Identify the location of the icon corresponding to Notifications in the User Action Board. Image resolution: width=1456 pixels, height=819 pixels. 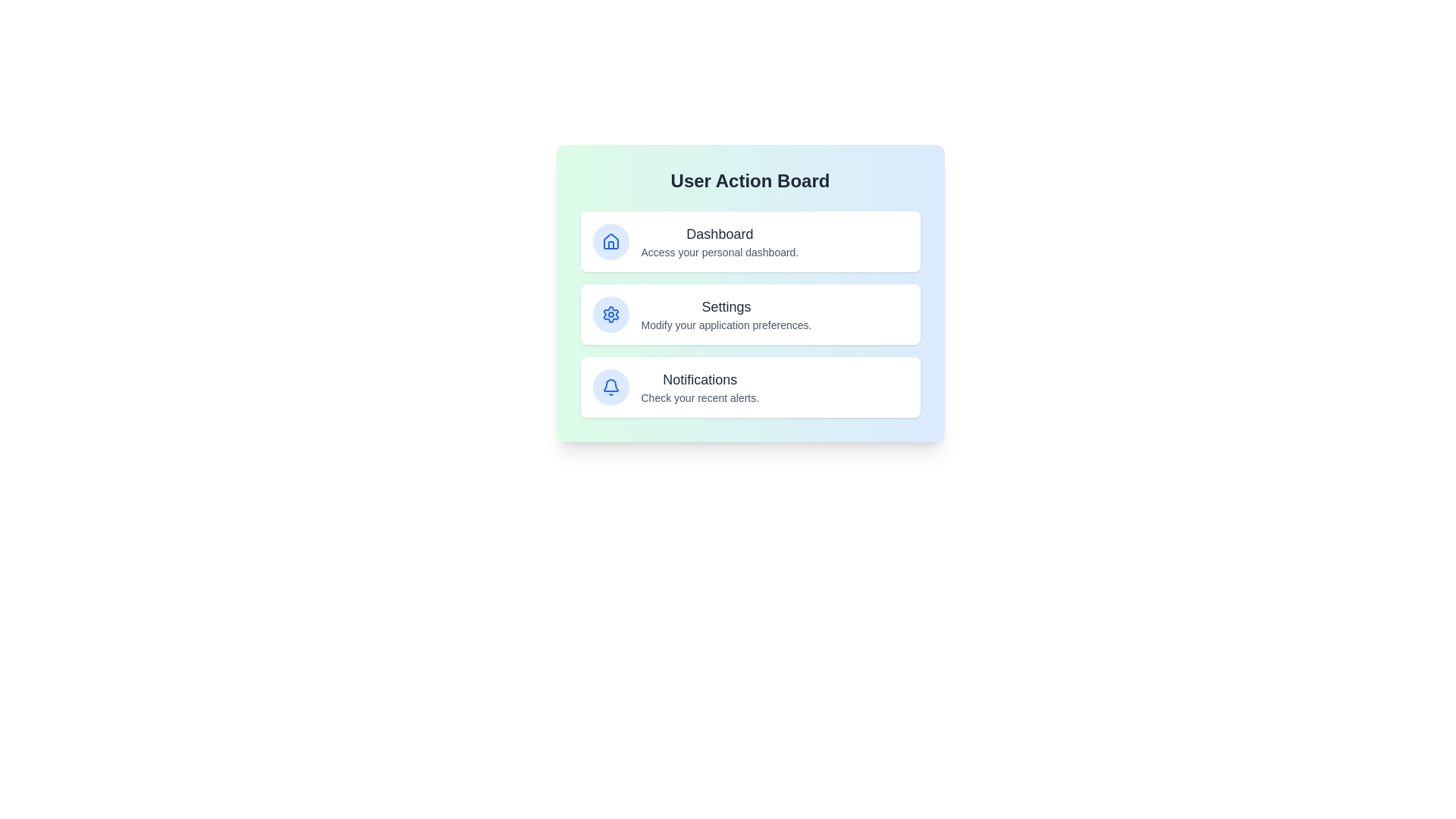
(610, 386).